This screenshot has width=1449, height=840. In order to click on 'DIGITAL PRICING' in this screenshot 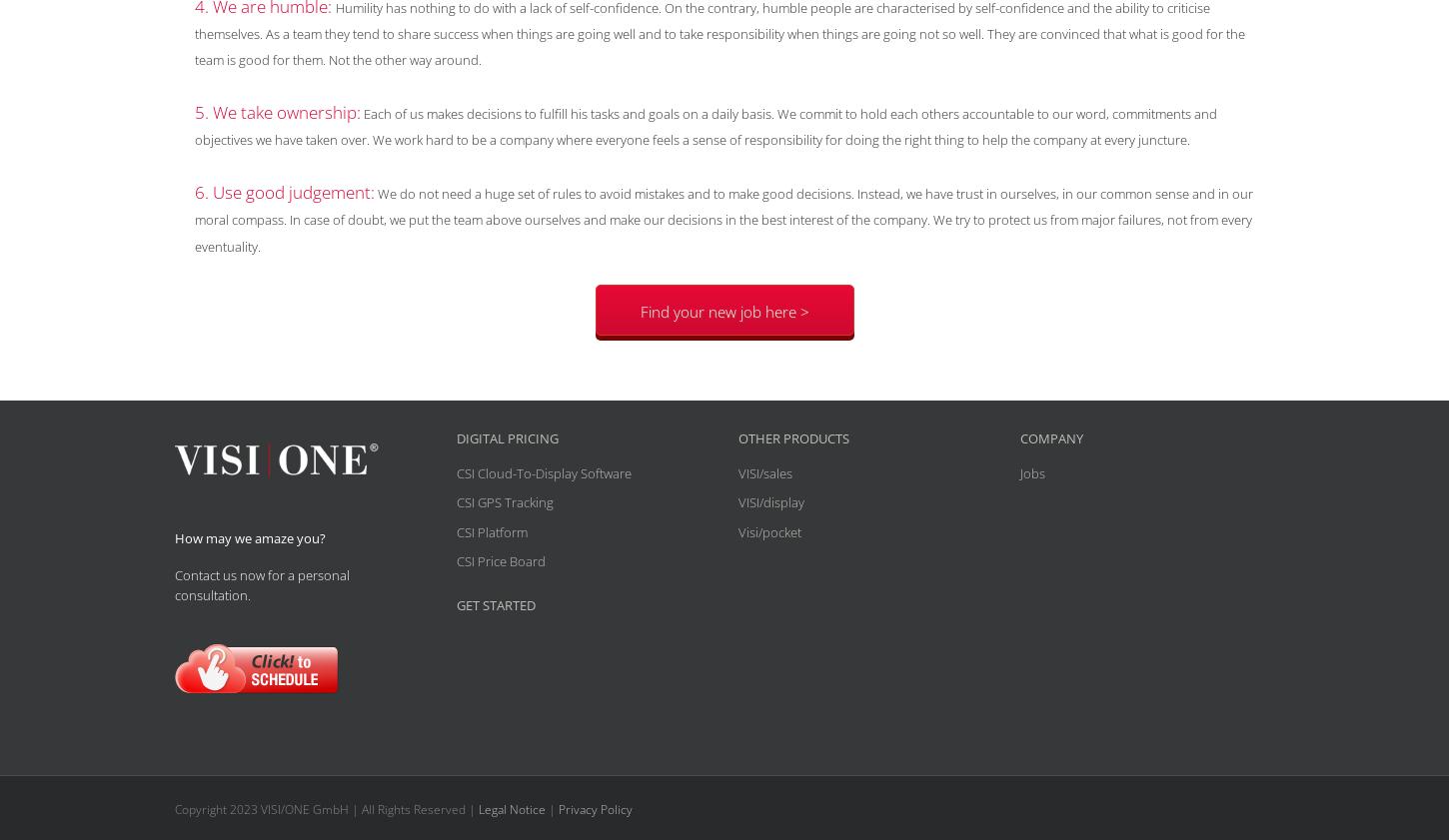, I will do `click(507, 436)`.